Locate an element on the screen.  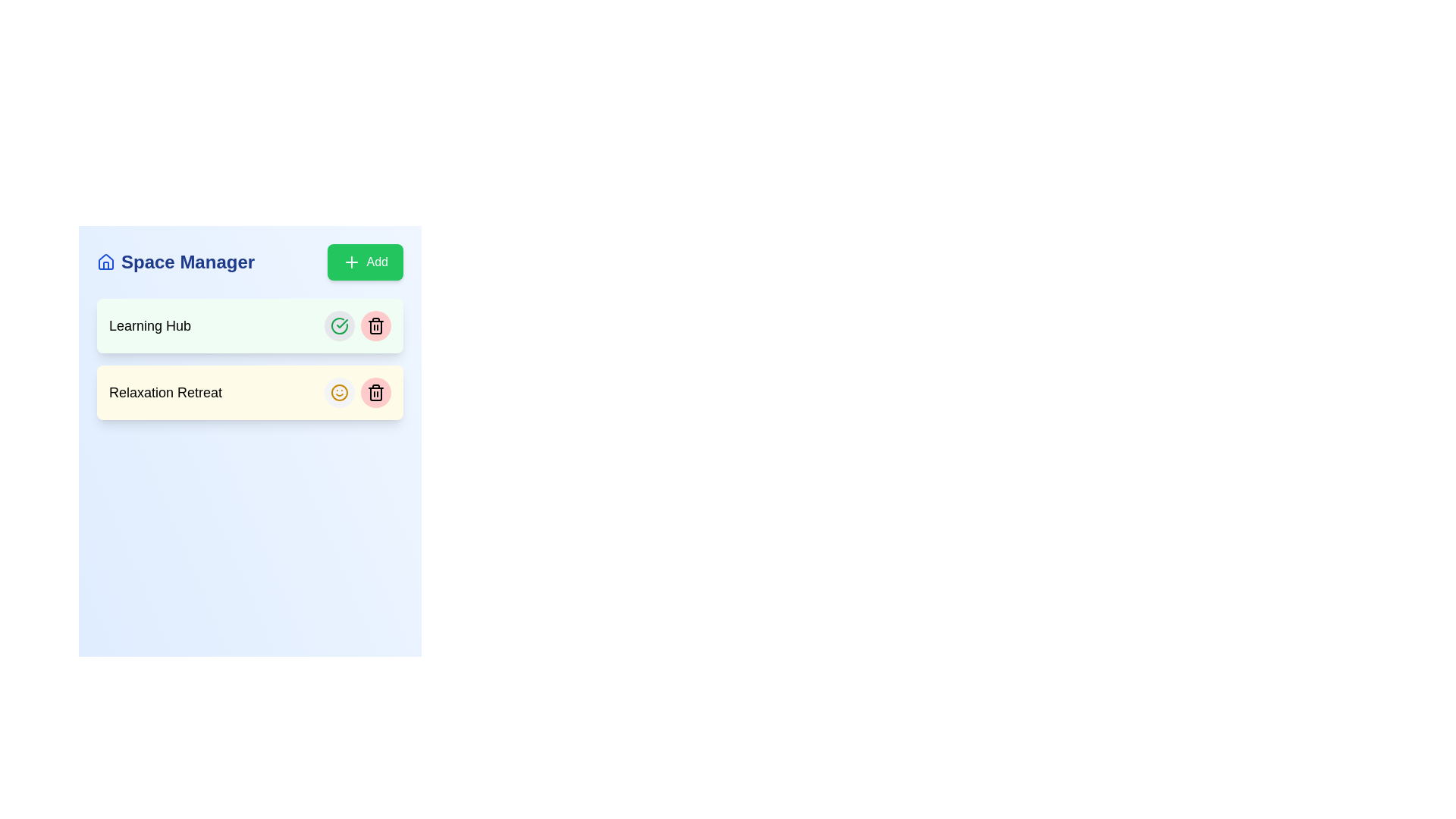
the green rectangular button labeled 'Add' is located at coordinates (365, 262).